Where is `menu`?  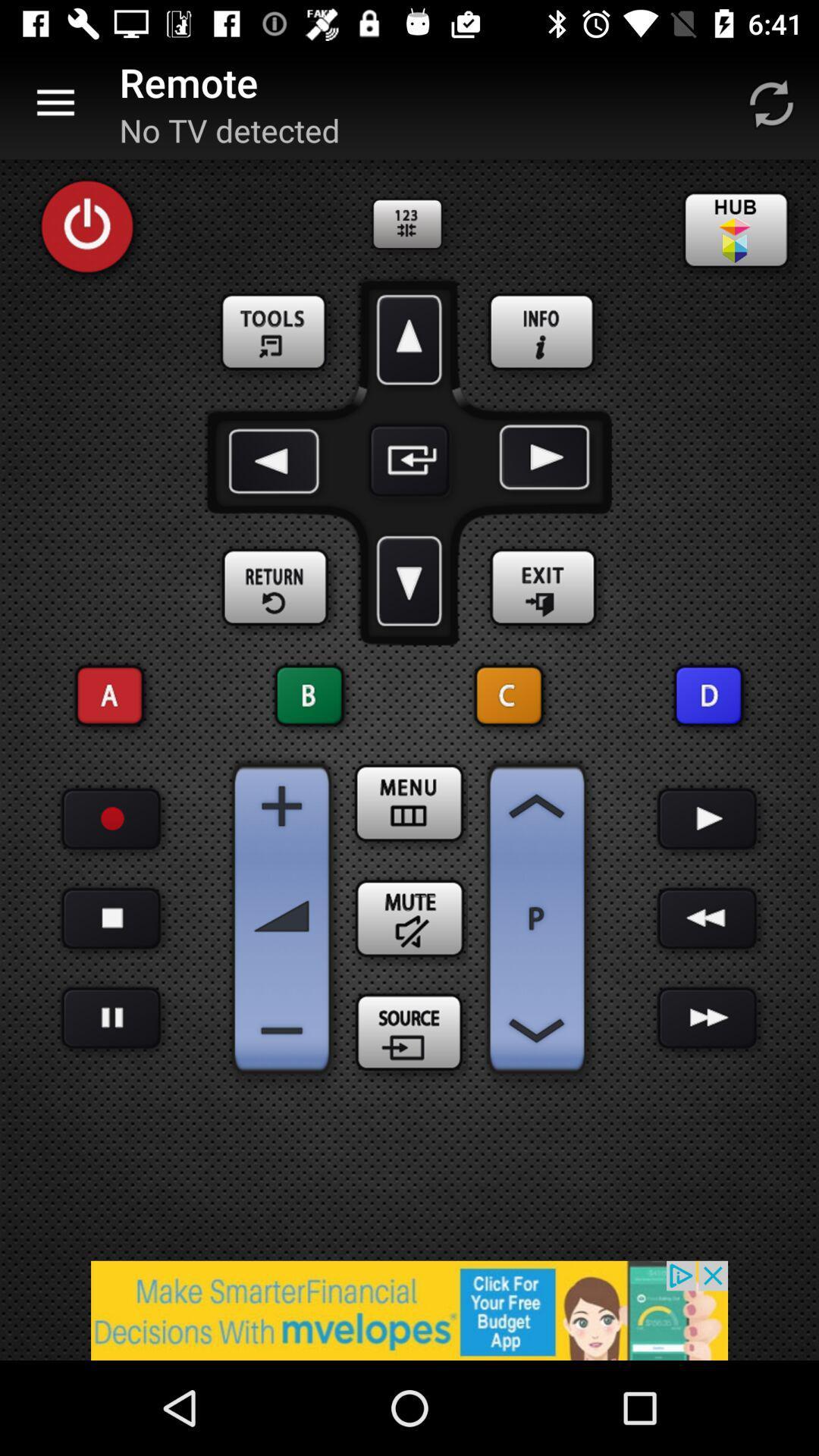
menu is located at coordinates (409, 802).